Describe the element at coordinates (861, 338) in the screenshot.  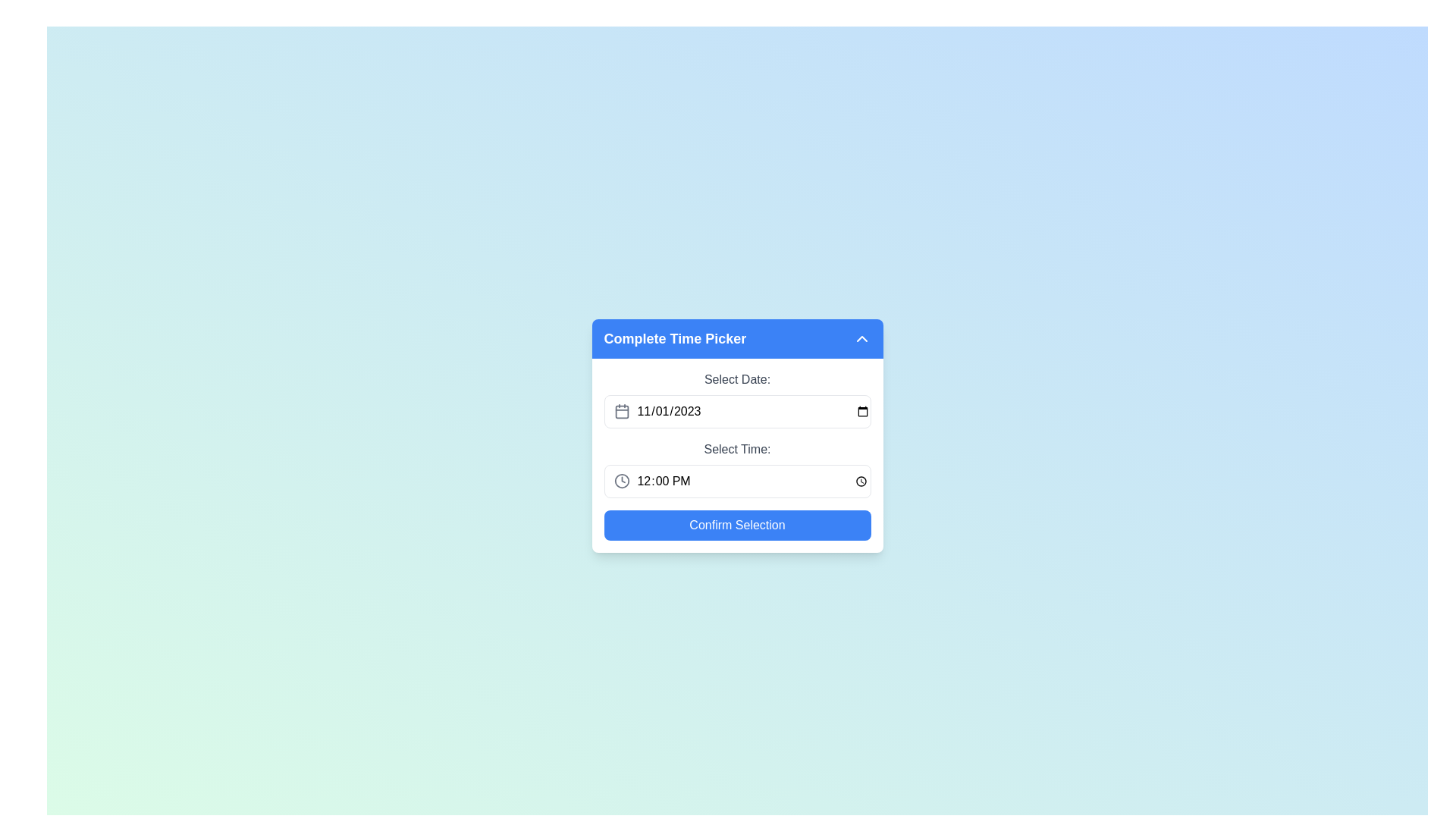
I see `the small up-facing chevron button styled with white color on a blue background located at the top-right corner of the 'Complete Time Picker' header section` at that location.